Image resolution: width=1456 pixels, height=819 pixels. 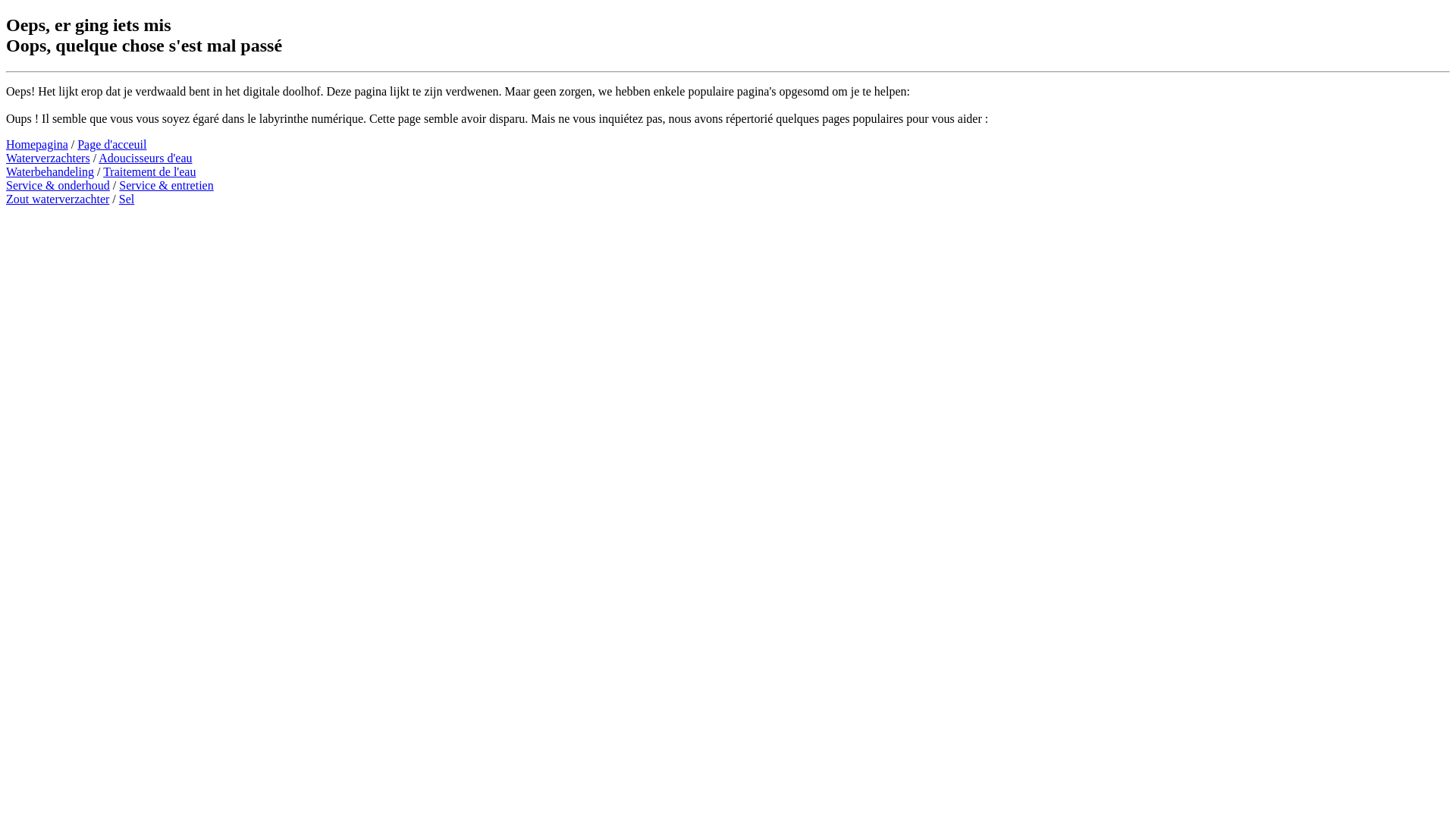 What do you see at coordinates (36, 144) in the screenshot?
I see `'Homepagina'` at bounding box center [36, 144].